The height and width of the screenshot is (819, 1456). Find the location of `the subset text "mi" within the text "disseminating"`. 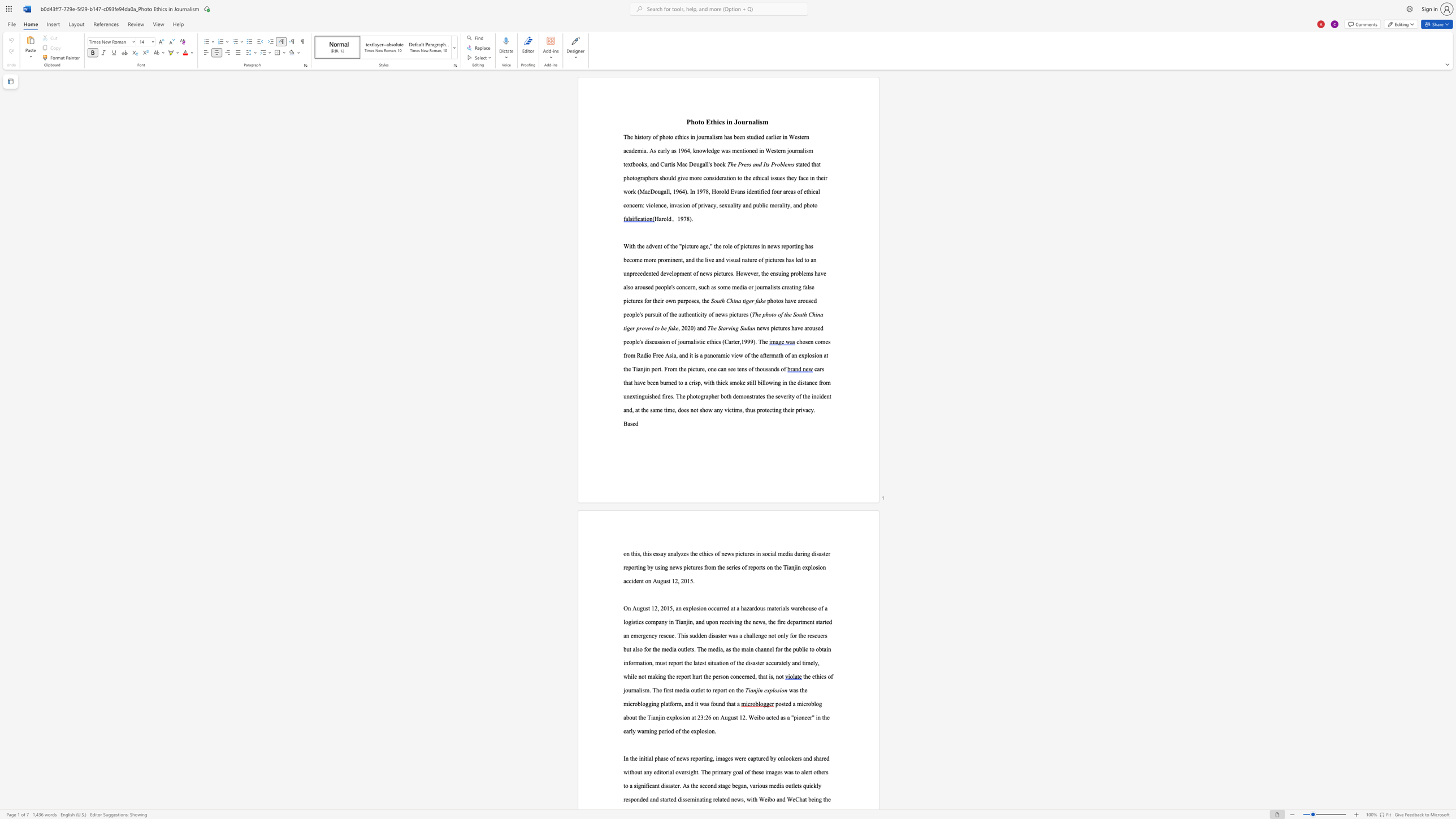

the subset text "mi" within the text "disseminating" is located at coordinates (690, 799).